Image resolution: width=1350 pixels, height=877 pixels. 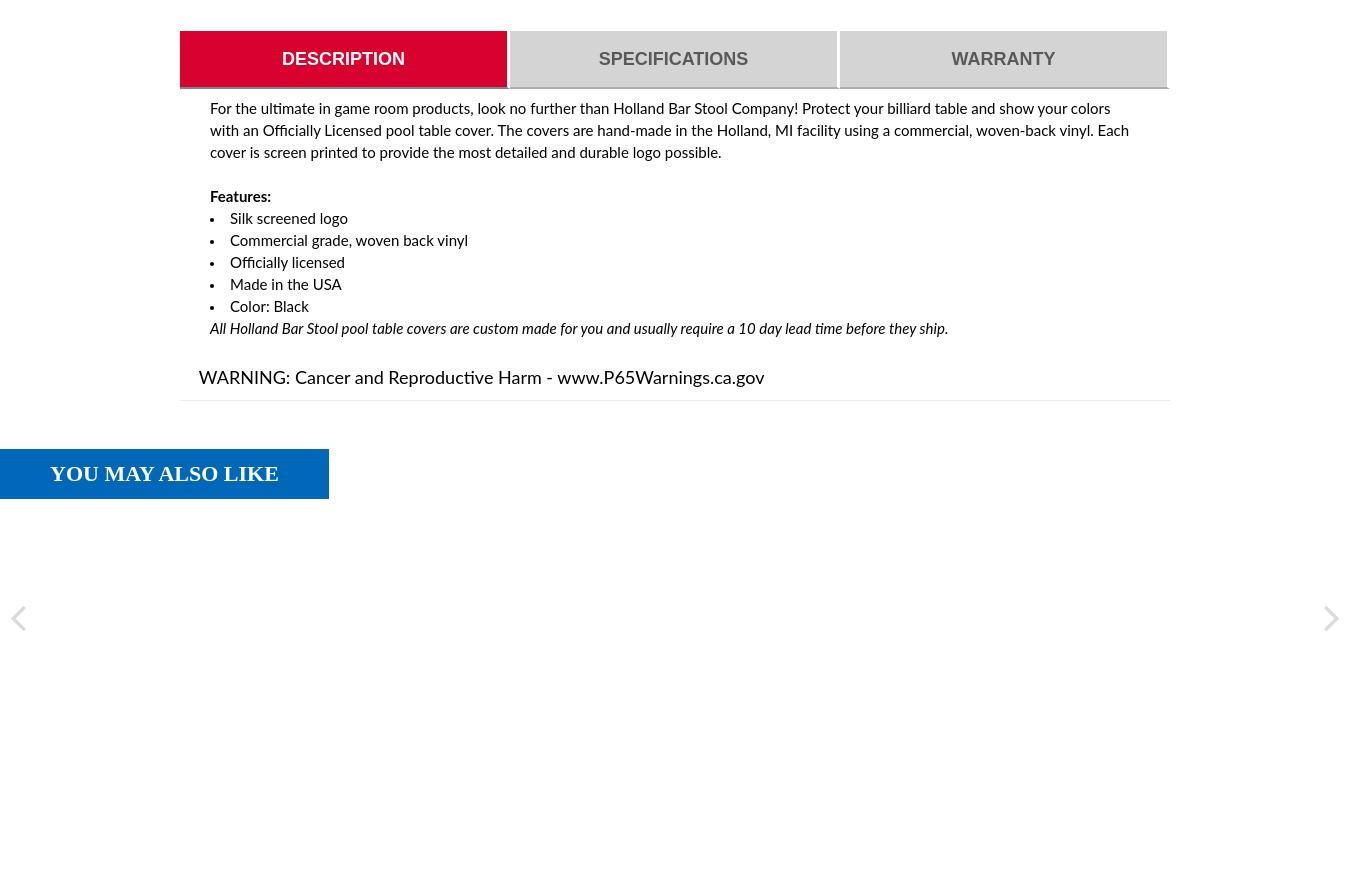 What do you see at coordinates (480, 379) in the screenshot?
I see `'WARNING: Cancer and Reproductive Harm - www.P65Warnings.ca.gov'` at bounding box center [480, 379].